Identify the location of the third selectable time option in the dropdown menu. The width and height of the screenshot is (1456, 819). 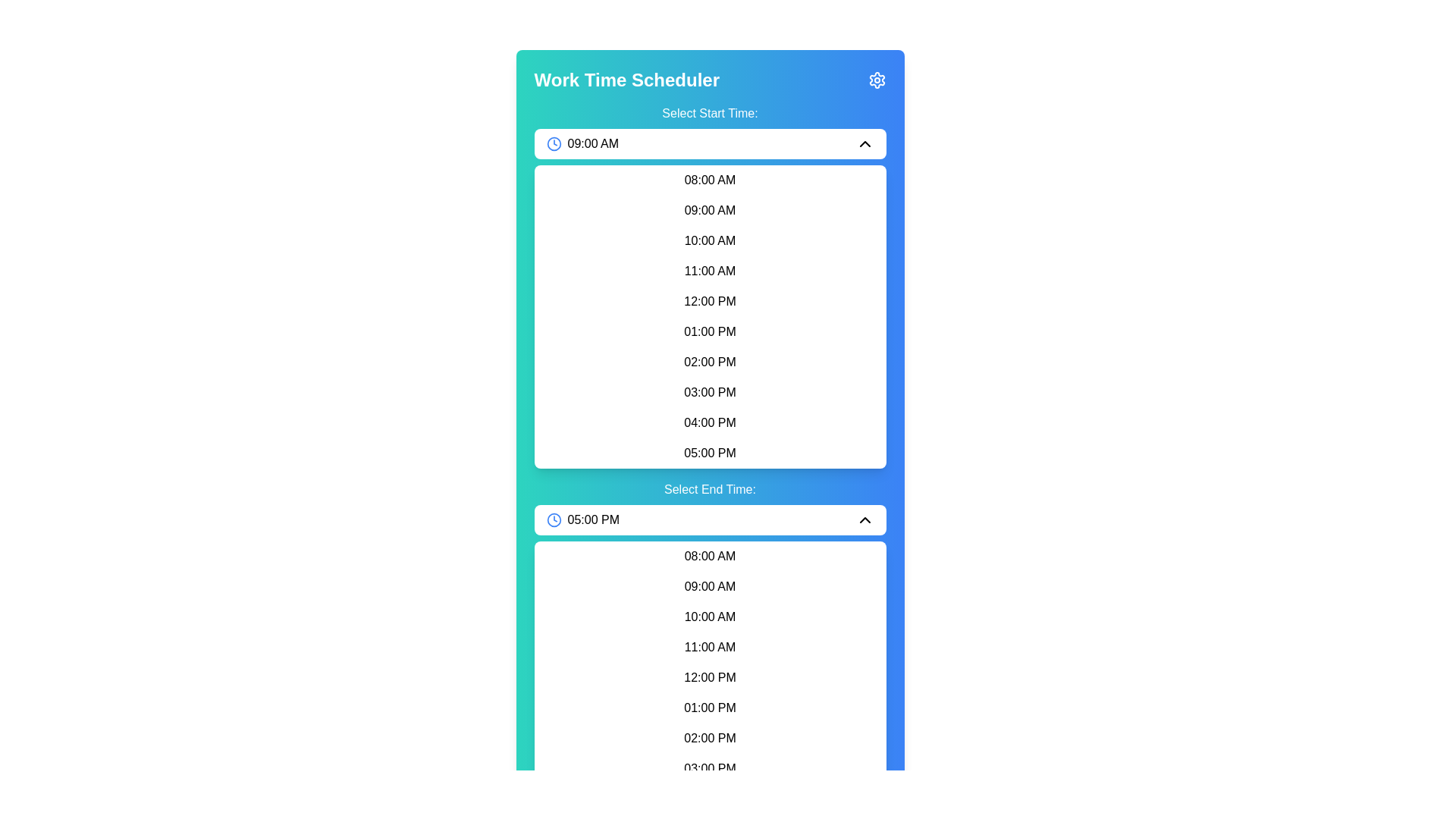
(709, 617).